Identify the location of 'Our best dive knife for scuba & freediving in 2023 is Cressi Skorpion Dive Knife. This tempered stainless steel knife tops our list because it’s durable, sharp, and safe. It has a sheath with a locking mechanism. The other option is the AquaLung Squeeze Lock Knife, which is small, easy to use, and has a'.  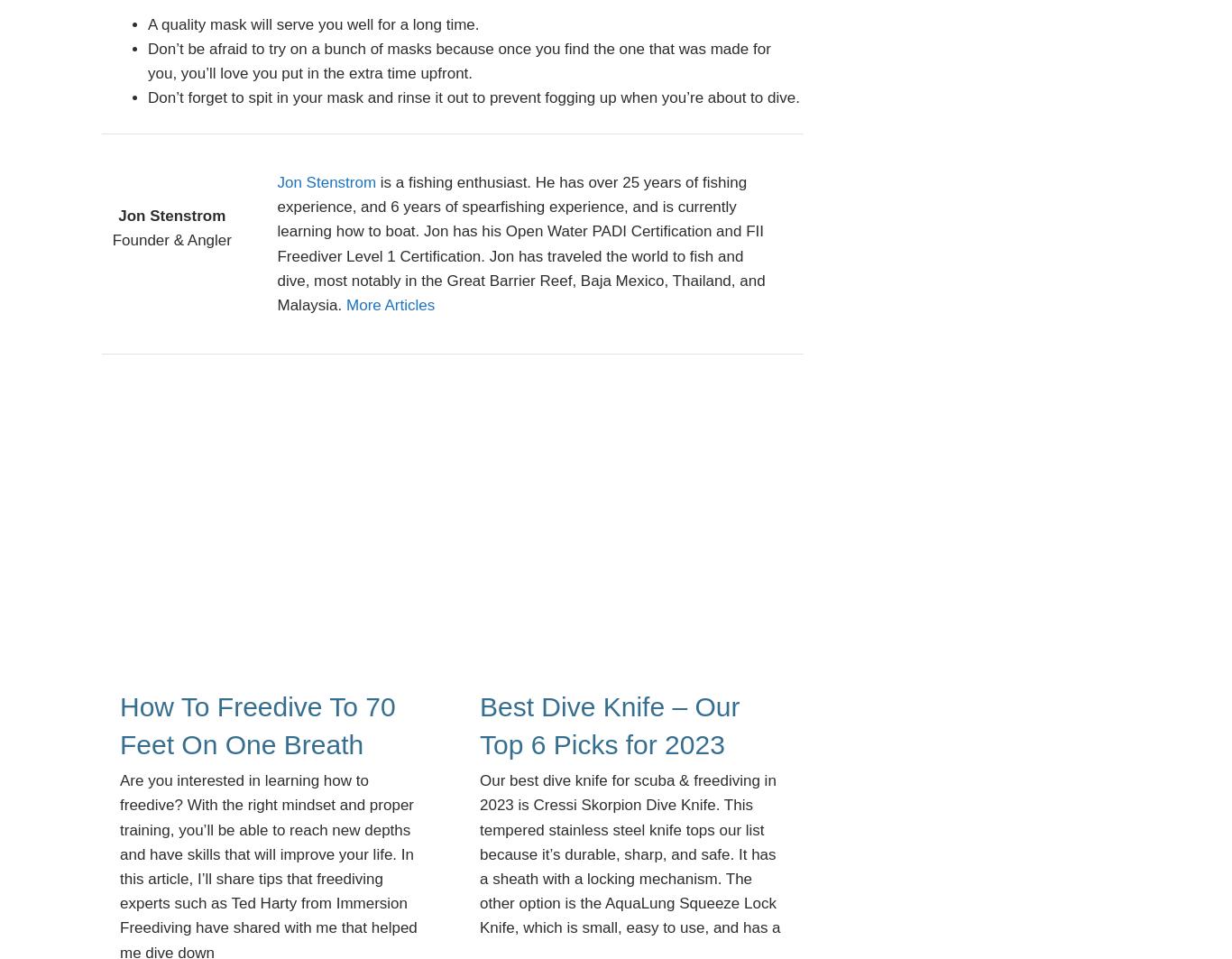
(630, 853).